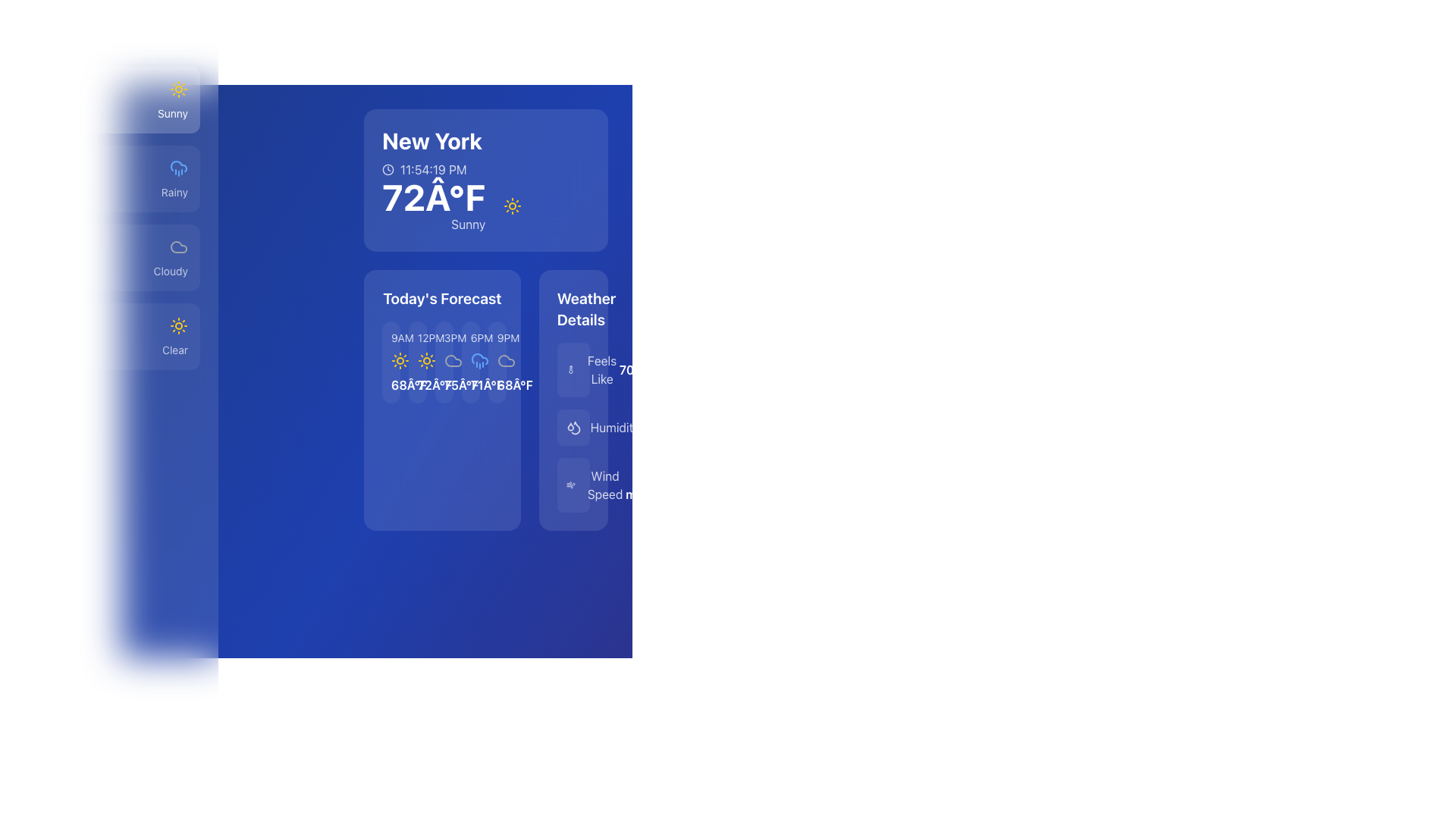  What do you see at coordinates (172, 113) in the screenshot?
I see `the text label displaying the current weather condition` at bounding box center [172, 113].